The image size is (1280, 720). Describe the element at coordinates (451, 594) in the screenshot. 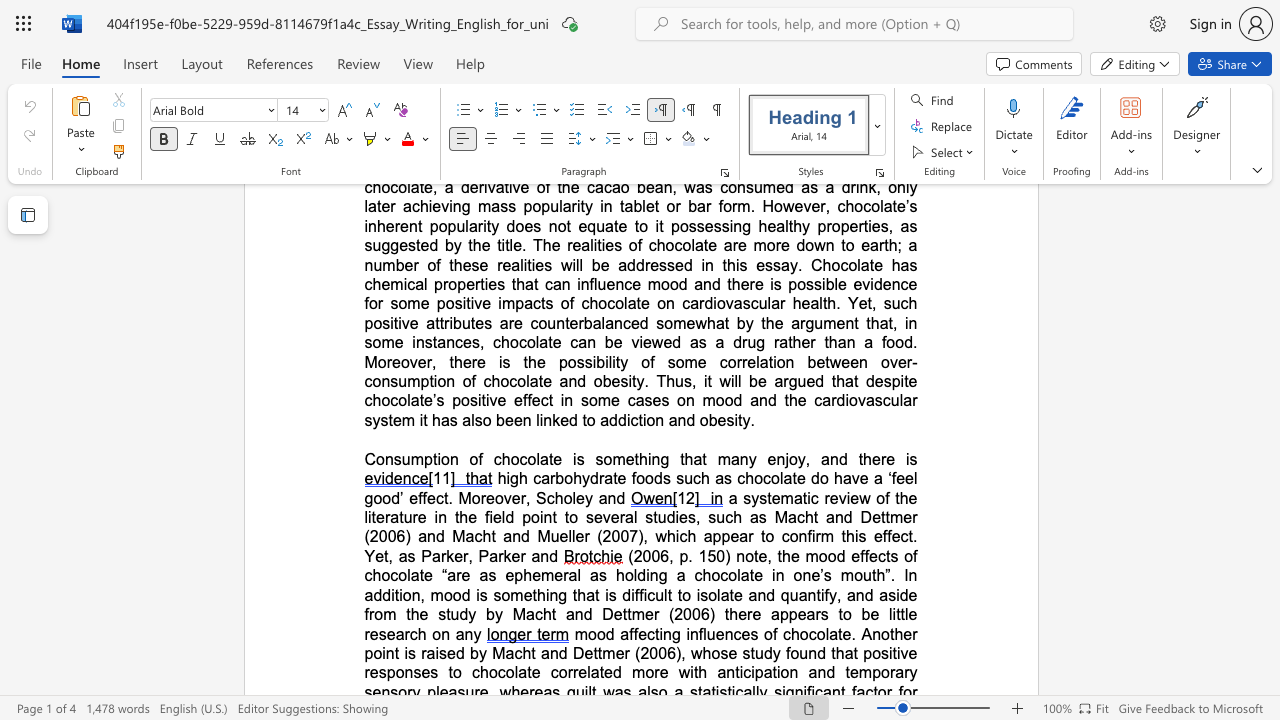

I see `the subset text "od is something that is difficult to isolate and quantify, and aside from the study by Macht and Dett" within the text "h”. In addition, mood is something that is difficult to isolate and quantify, and aside from the study by Macht and Dettmer (2006) there appears to be little research on any"` at that location.